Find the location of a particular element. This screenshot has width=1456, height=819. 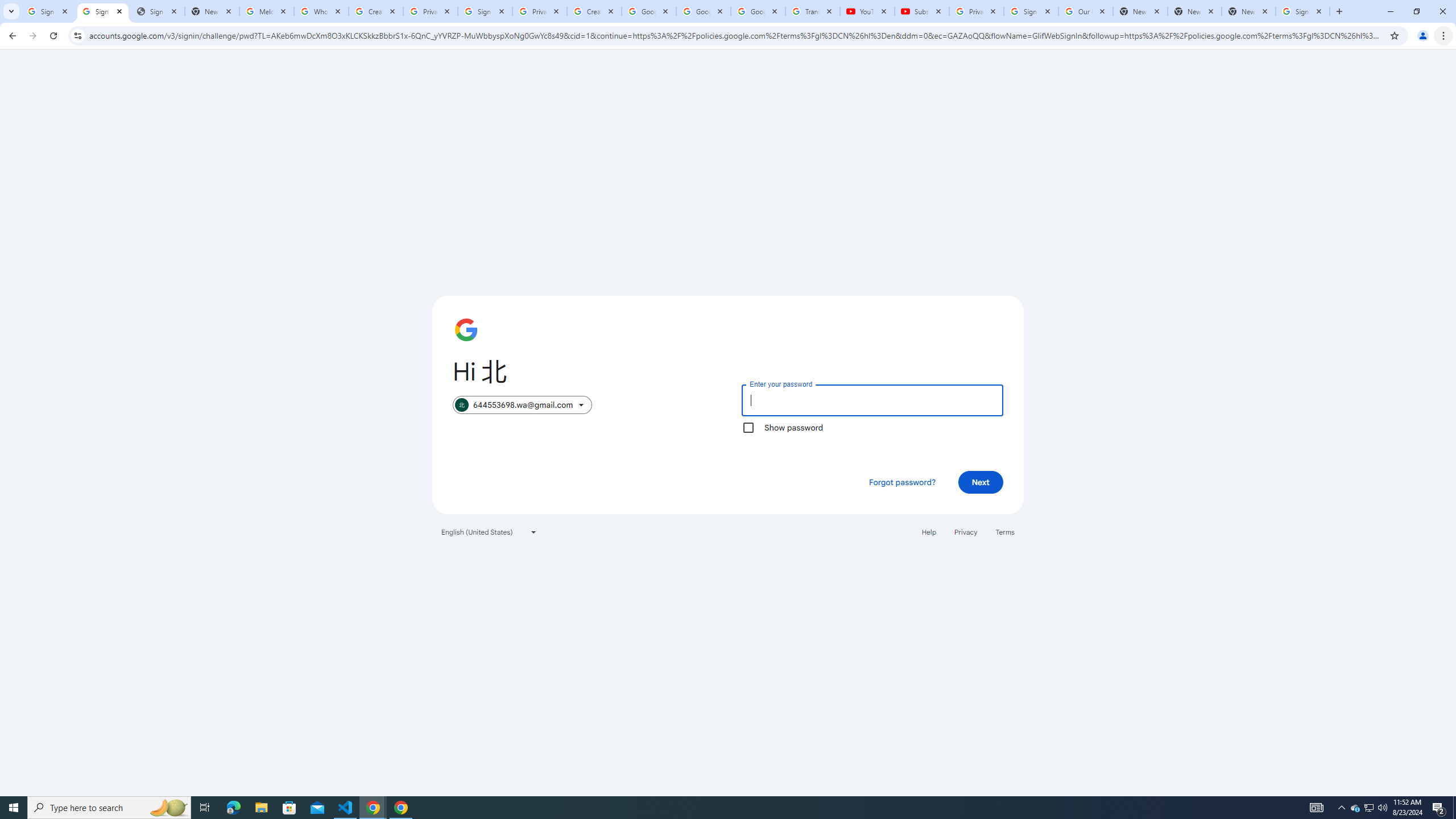

'Sign In - USA TODAY' is located at coordinates (157, 11).